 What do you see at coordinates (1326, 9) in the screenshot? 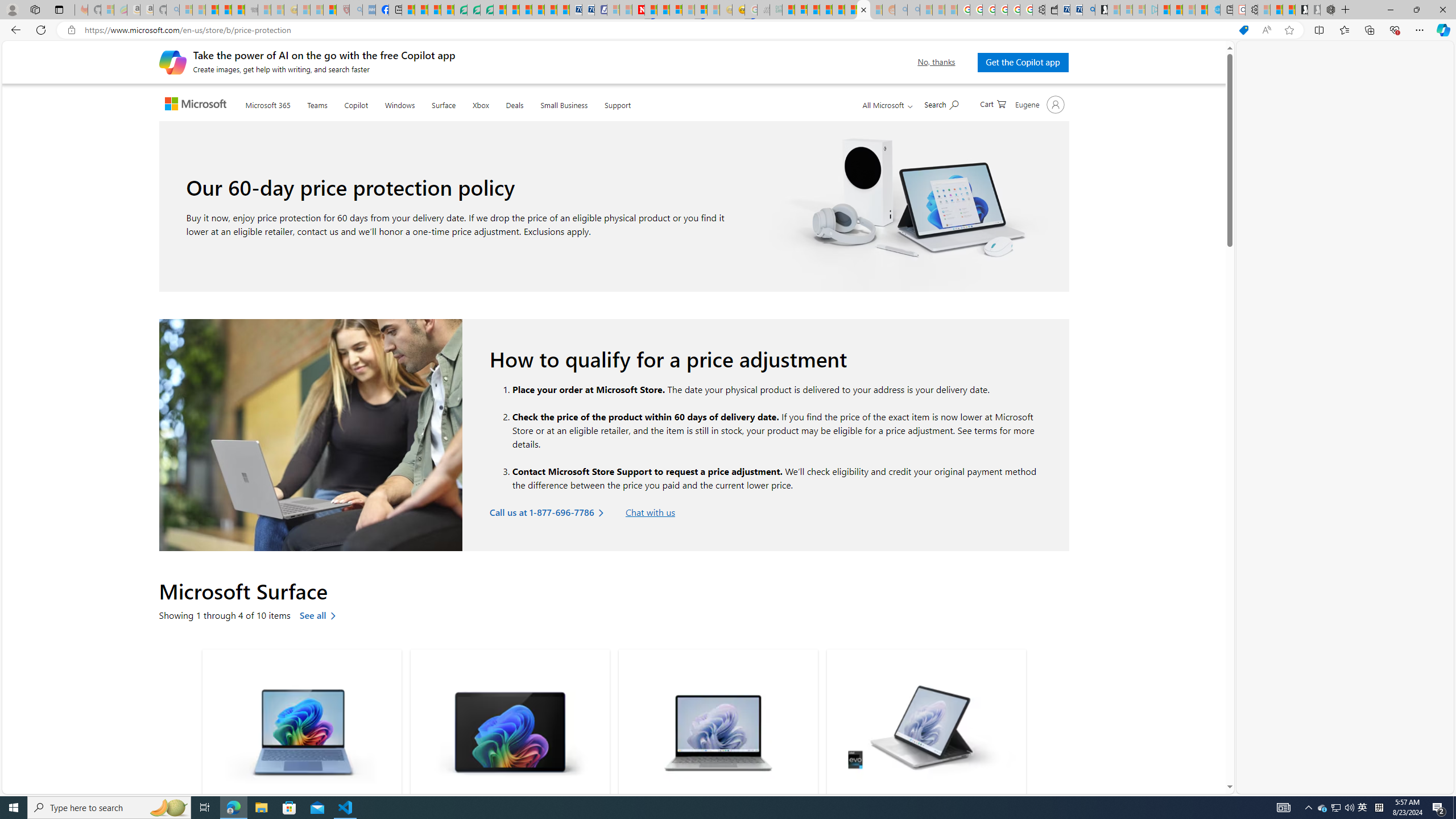
I see `'Nordace - Nordace Siena Is Not An Ordinary Backpack'` at bounding box center [1326, 9].